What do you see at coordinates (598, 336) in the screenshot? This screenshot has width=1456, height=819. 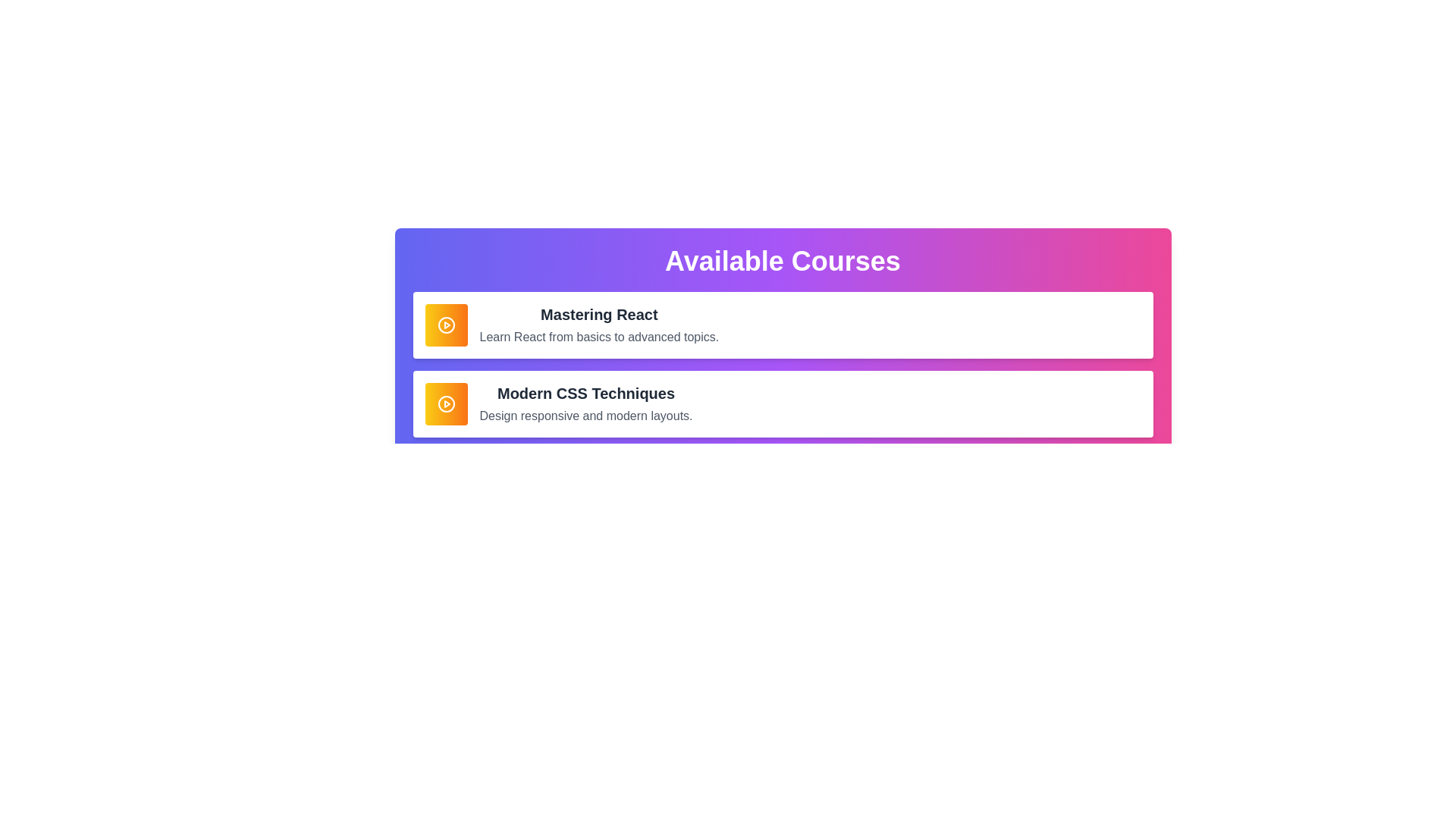 I see `the text element containing the sentence 'Learn React from basics to advanced topics.', which is positioned directly below the title 'Mastering React'` at bounding box center [598, 336].